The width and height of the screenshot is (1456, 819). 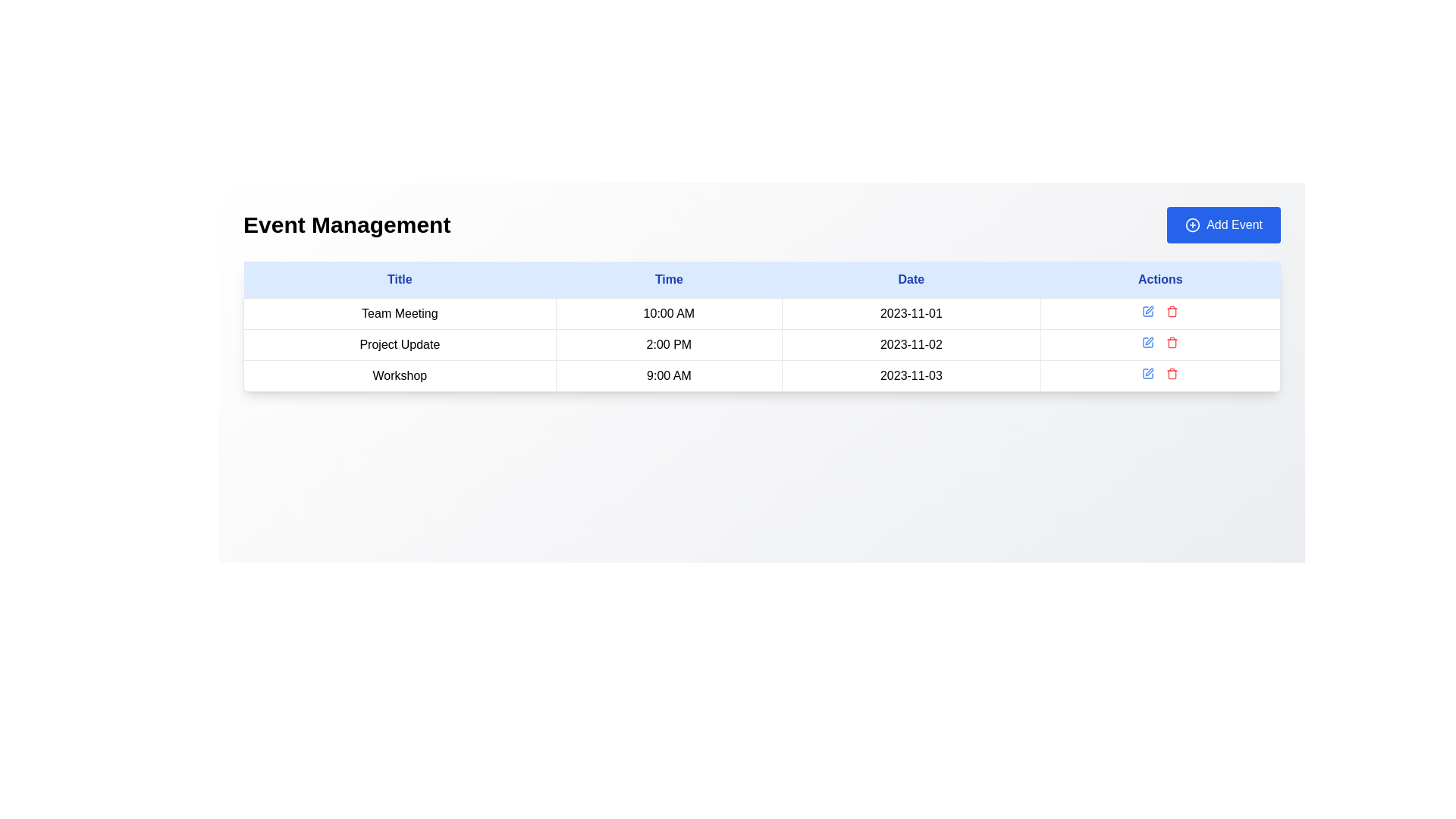 I want to click on the Text Label that identifies the event titled 'Team Meeting 10:00 AM 2023-11-01' in the 'Title' column of the event management table, so click(x=400, y=312).